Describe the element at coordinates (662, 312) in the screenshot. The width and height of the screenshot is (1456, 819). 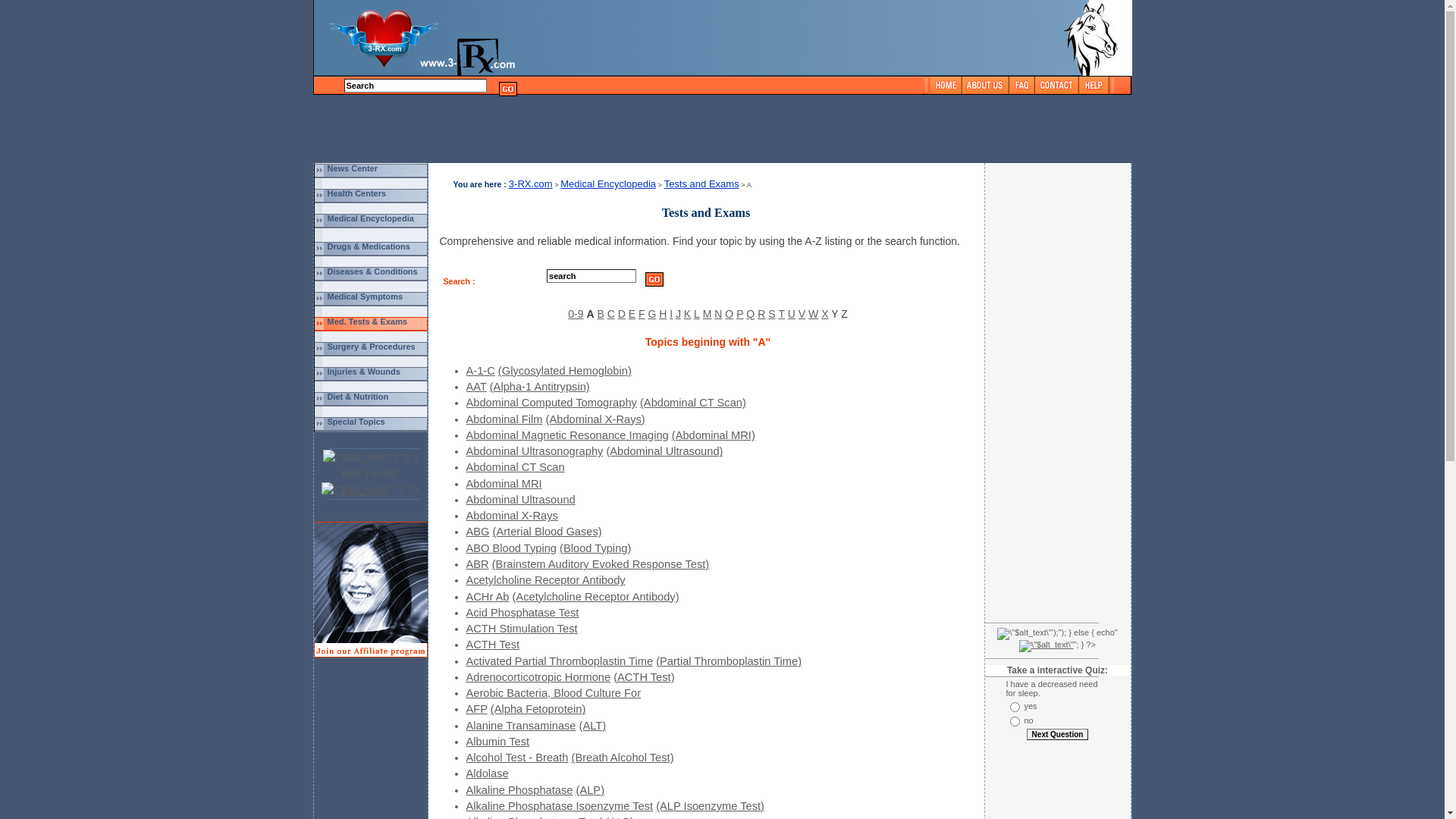
I see `'H'` at that location.